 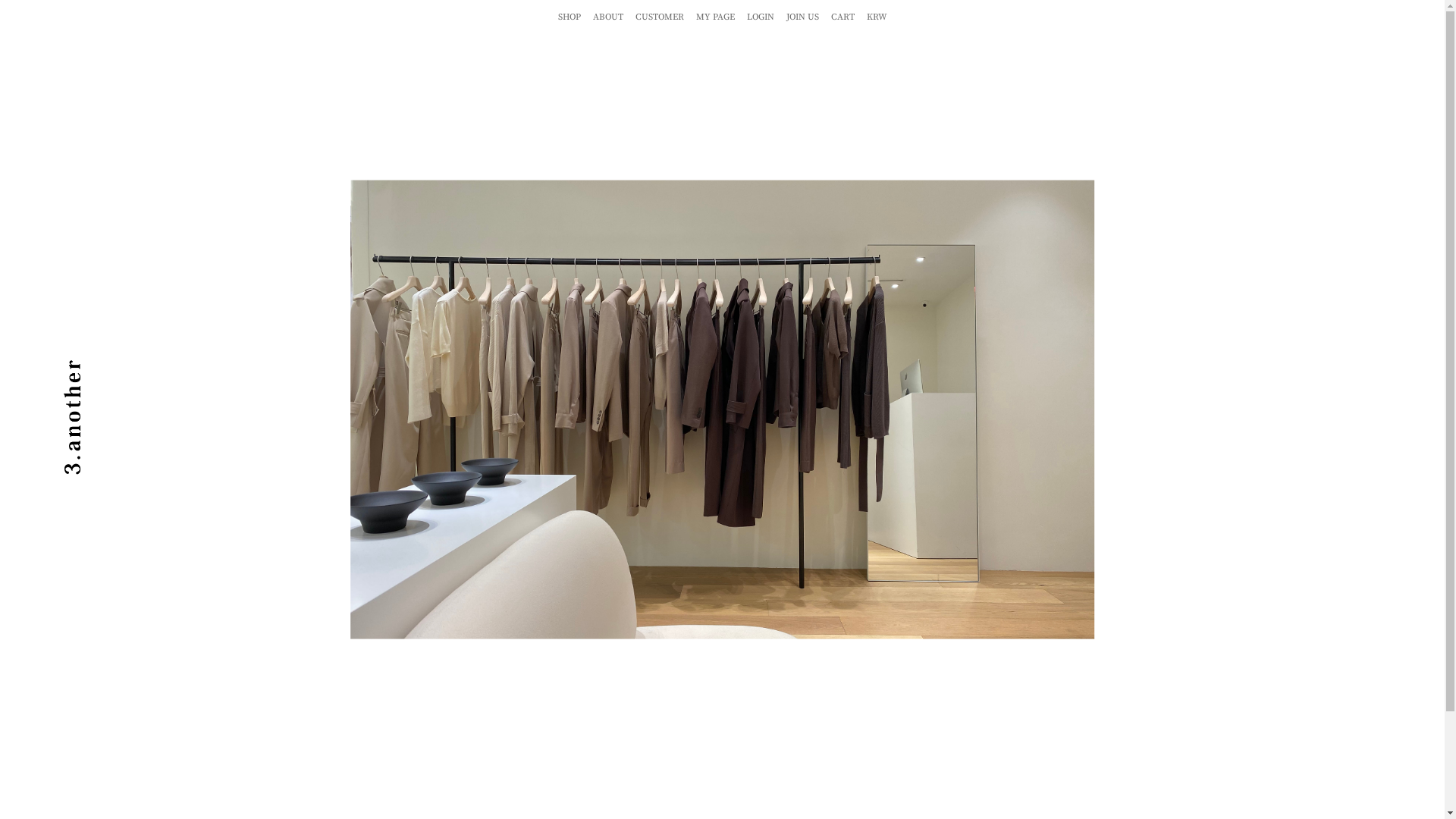 I want to click on 'CUSTOMER', so click(x=659, y=17).